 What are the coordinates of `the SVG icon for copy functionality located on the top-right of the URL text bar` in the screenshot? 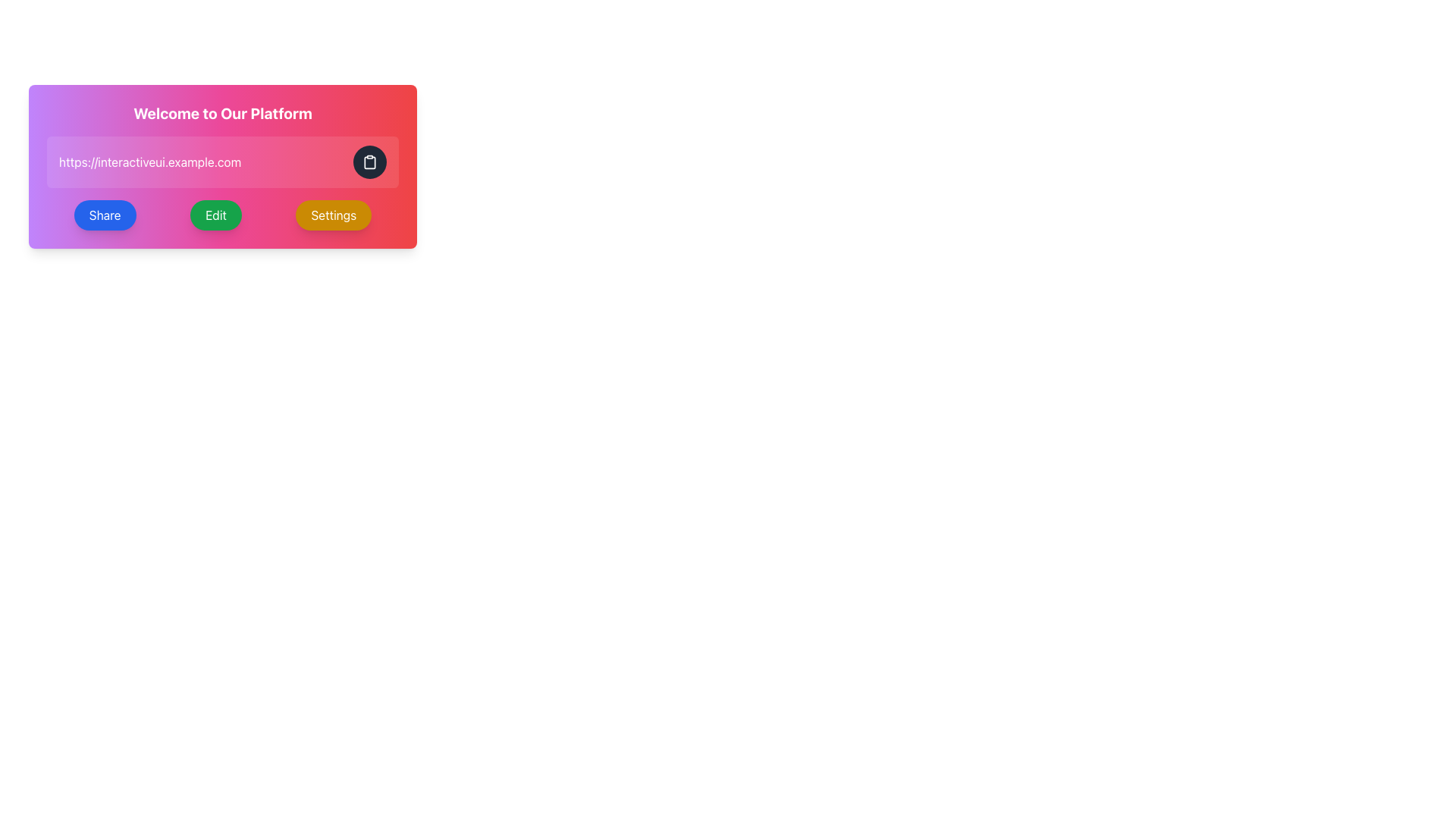 It's located at (370, 162).